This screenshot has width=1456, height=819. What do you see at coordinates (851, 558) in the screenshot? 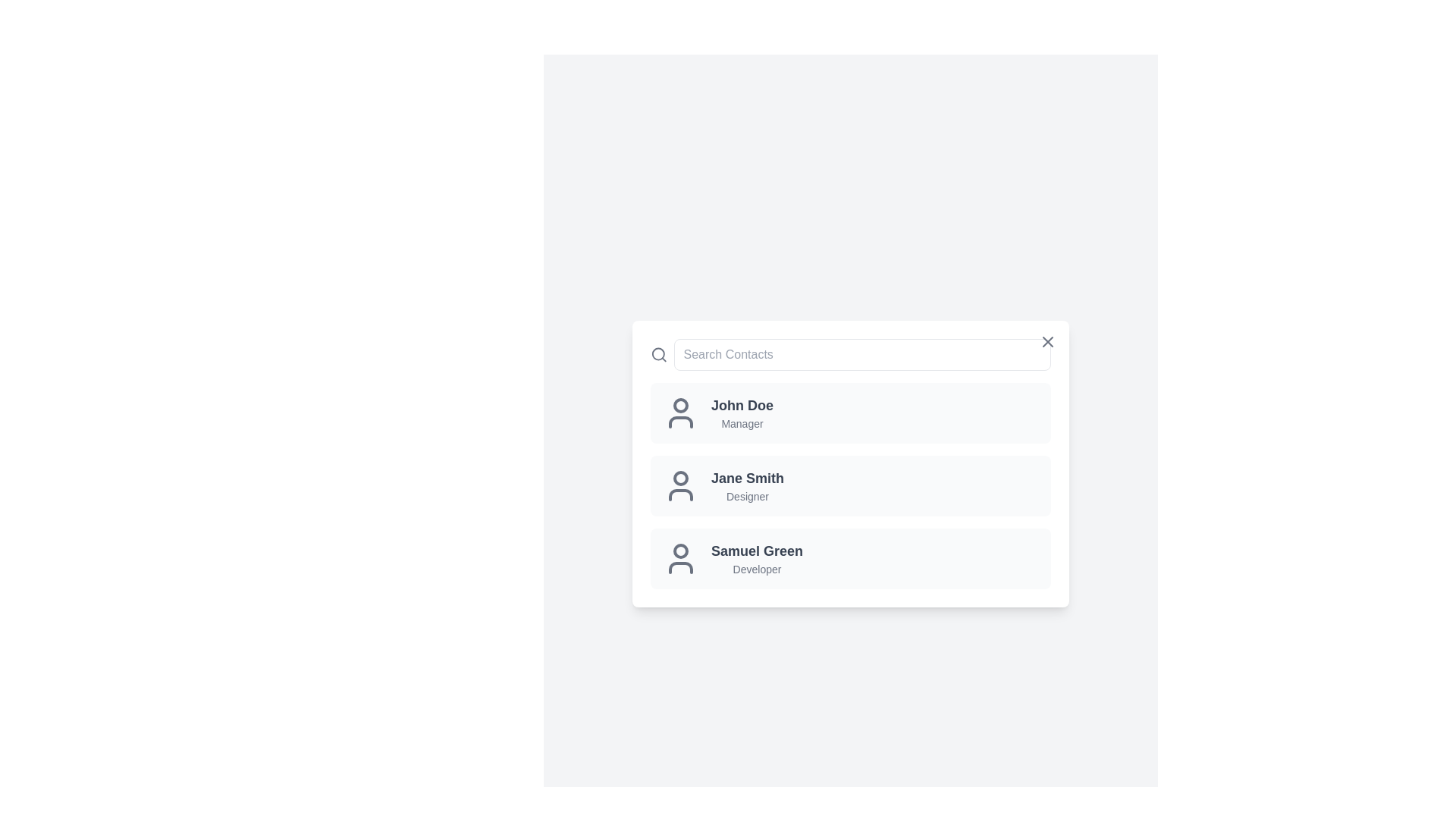
I see `the contact Samuel Green from the list` at bounding box center [851, 558].